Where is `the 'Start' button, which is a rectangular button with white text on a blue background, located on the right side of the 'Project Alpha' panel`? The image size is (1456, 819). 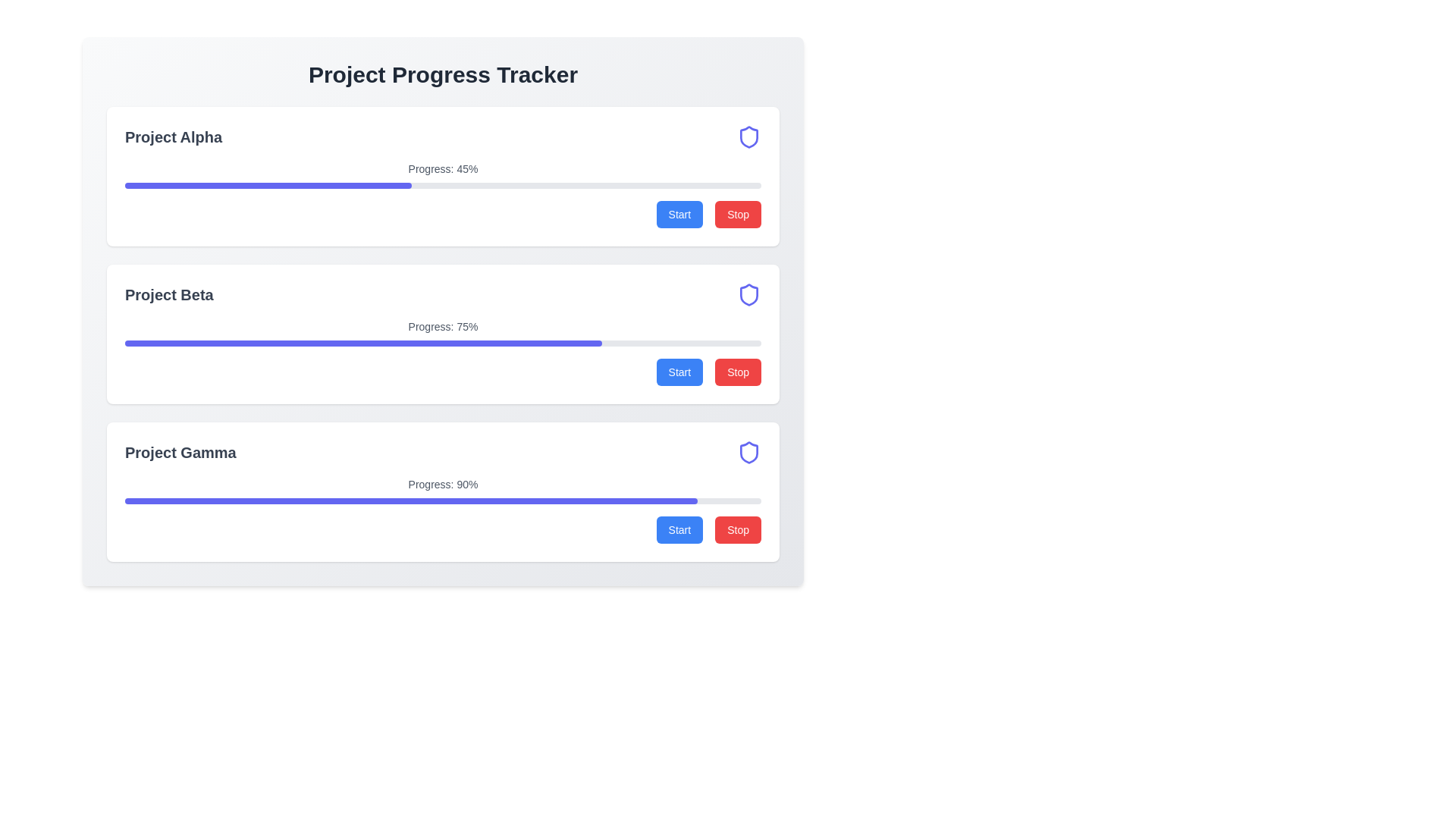
the 'Start' button, which is a rectangular button with white text on a blue background, located on the right side of the 'Project Alpha' panel is located at coordinates (679, 214).